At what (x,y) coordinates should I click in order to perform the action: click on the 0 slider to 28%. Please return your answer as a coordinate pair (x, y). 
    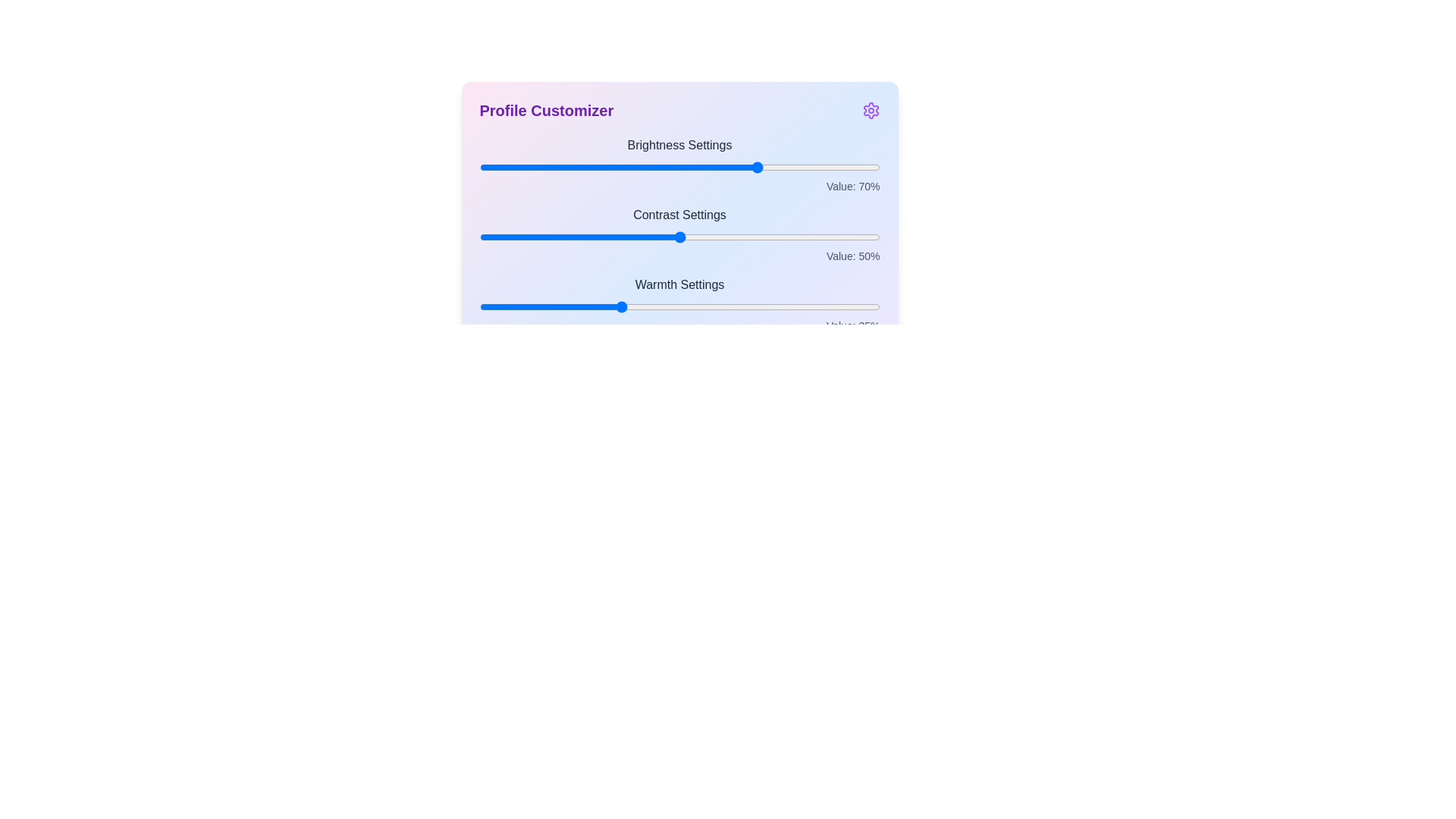
    Looking at the image, I should click on (591, 167).